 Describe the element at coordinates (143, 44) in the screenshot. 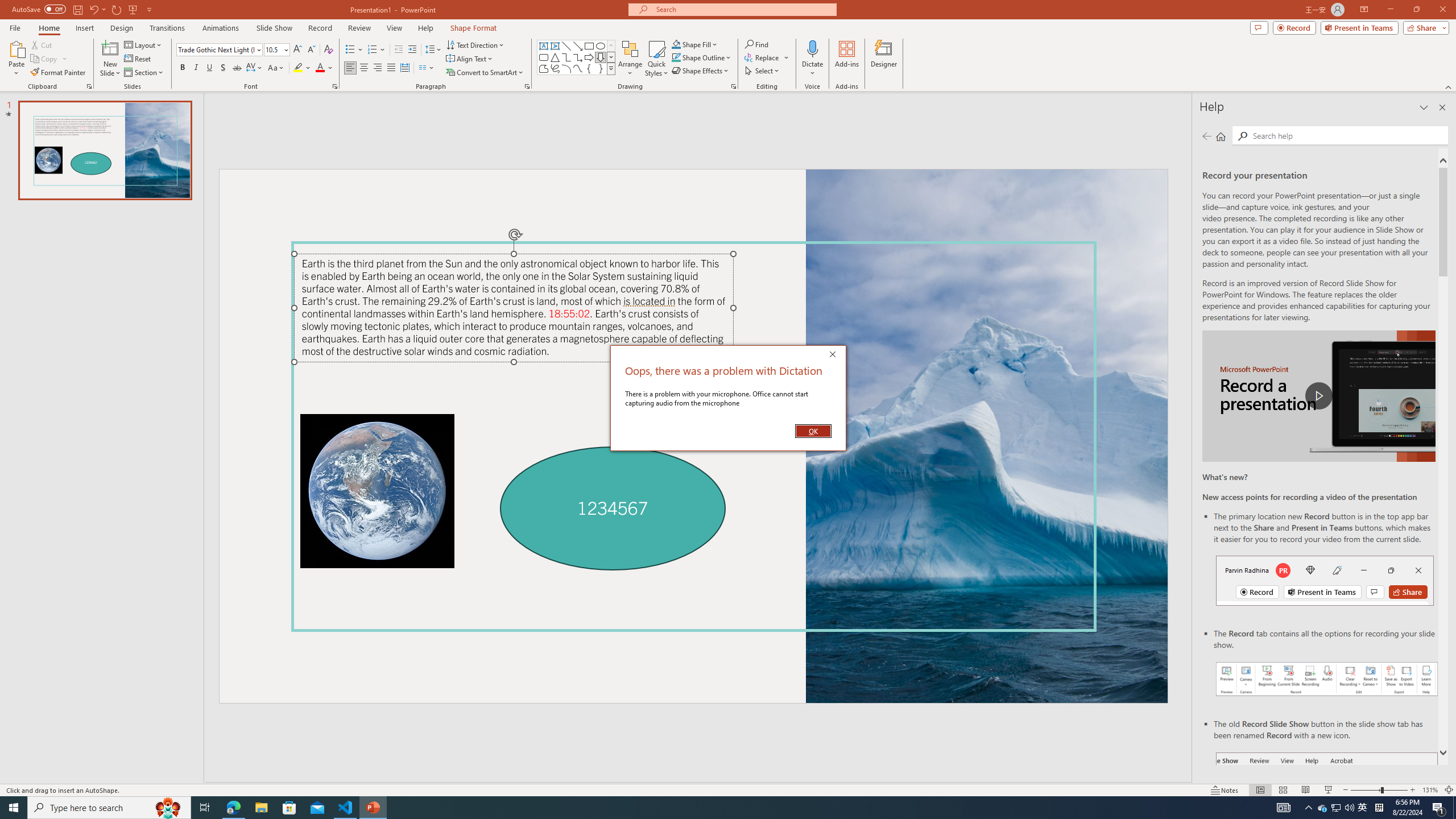

I see `'Layout'` at that location.